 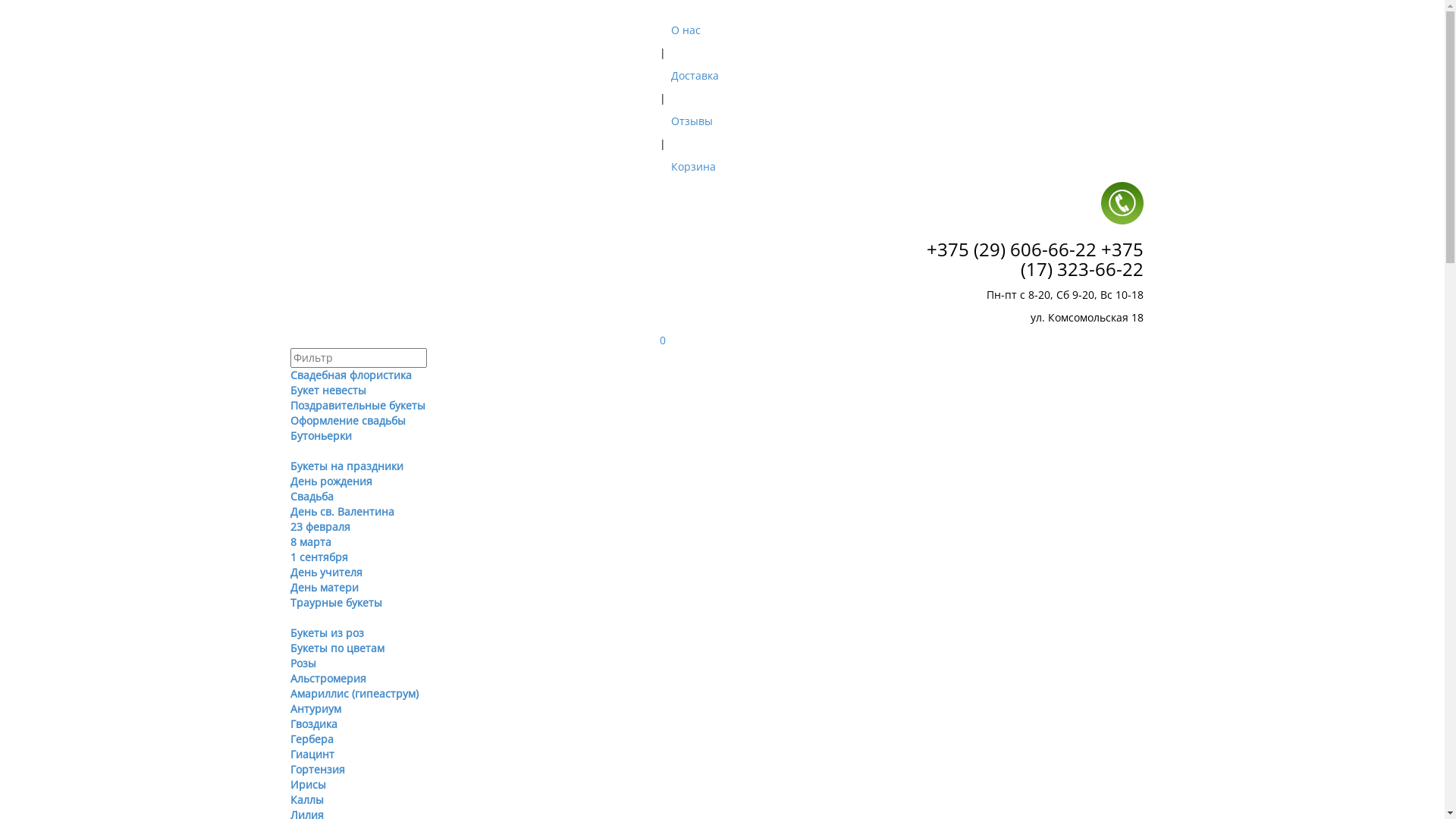 I want to click on '0', so click(x=662, y=339).